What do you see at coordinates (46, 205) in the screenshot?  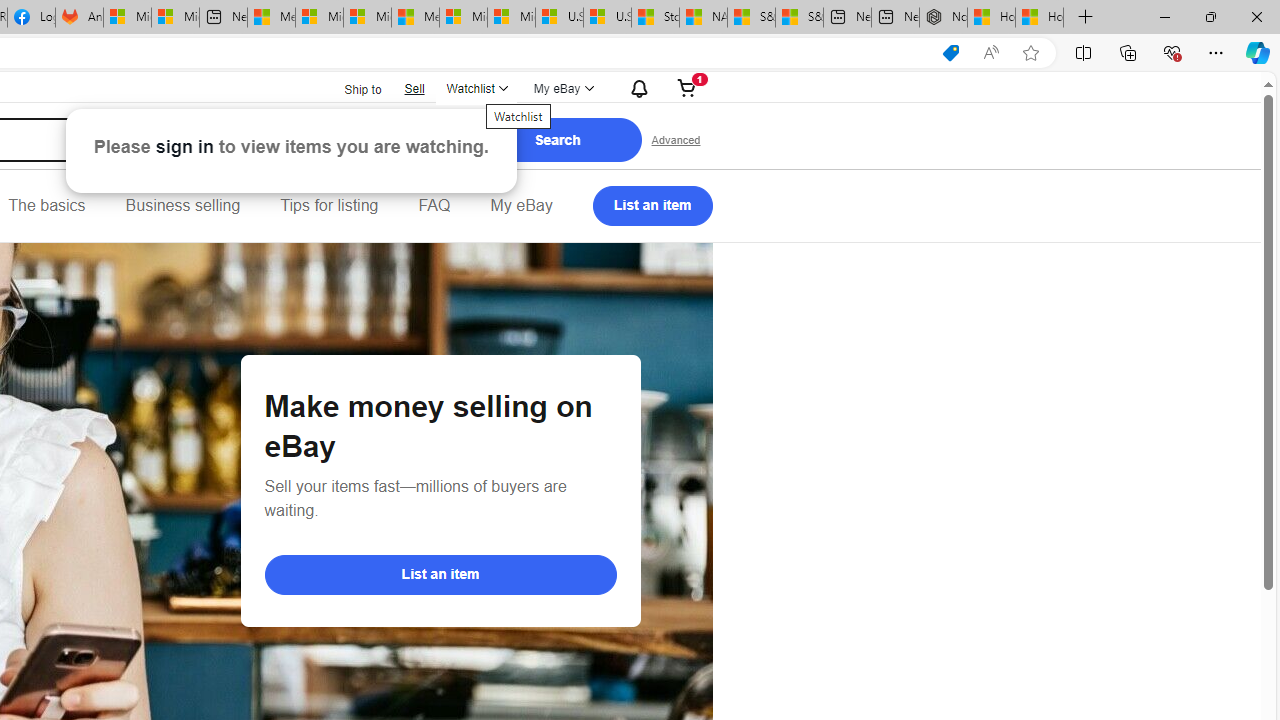 I see `'The basics'` at bounding box center [46, 205].